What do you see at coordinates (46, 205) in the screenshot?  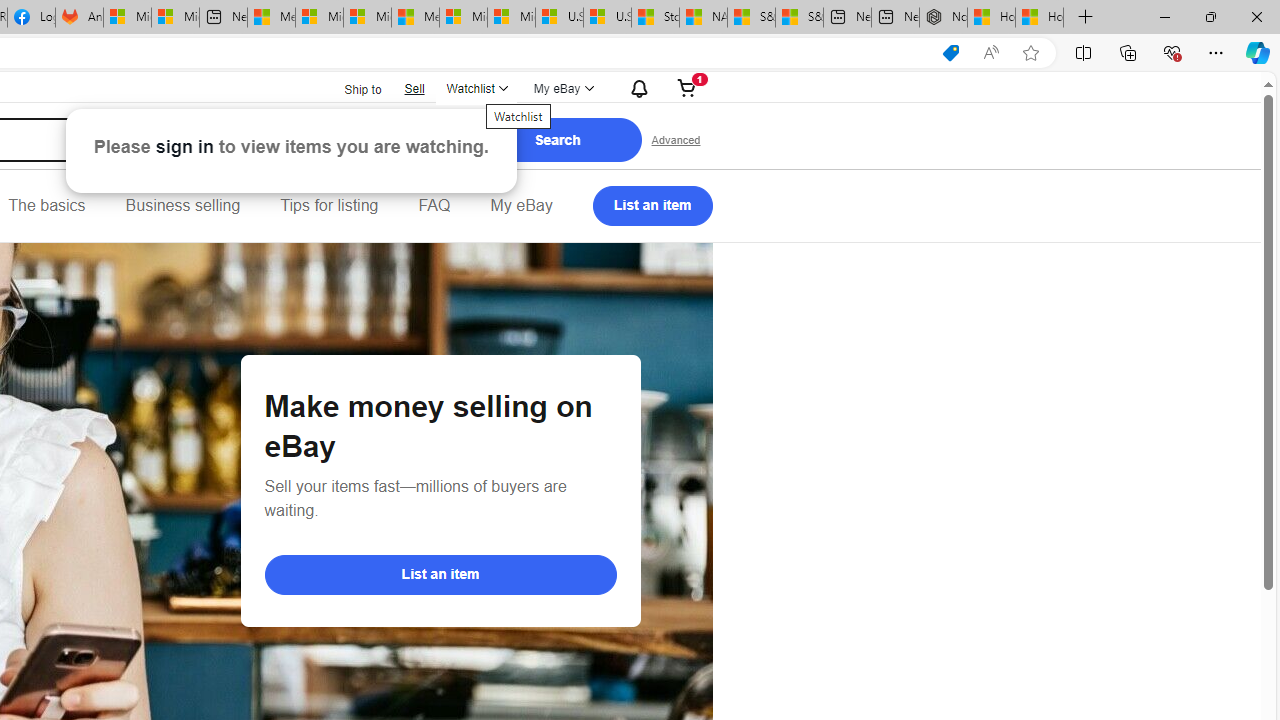 I see `'The basics'` at bounding box center [46, 205].